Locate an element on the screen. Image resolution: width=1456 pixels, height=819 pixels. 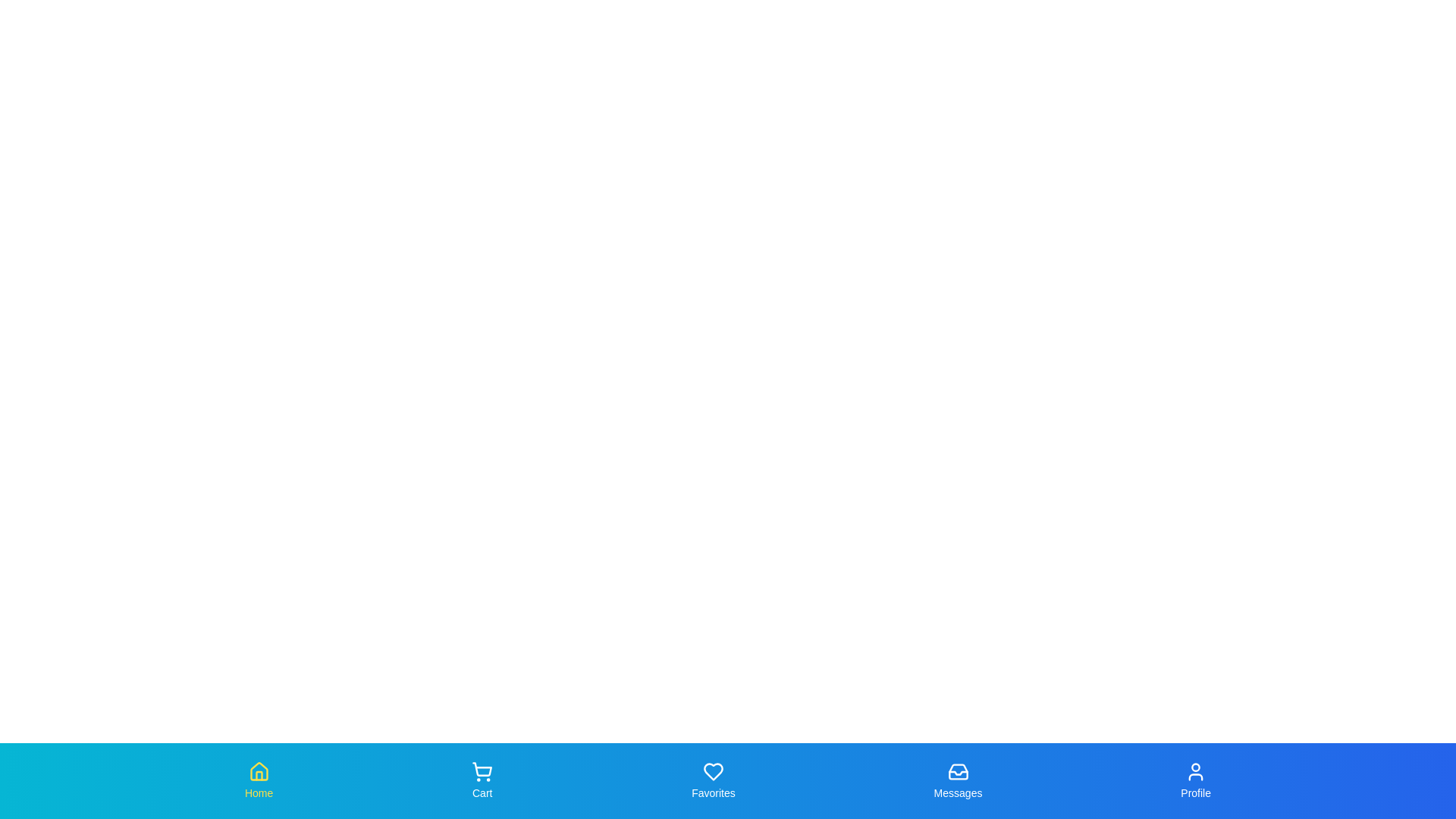
the tab labeled Messages by clicking on it is located at coordinates (957, 780).